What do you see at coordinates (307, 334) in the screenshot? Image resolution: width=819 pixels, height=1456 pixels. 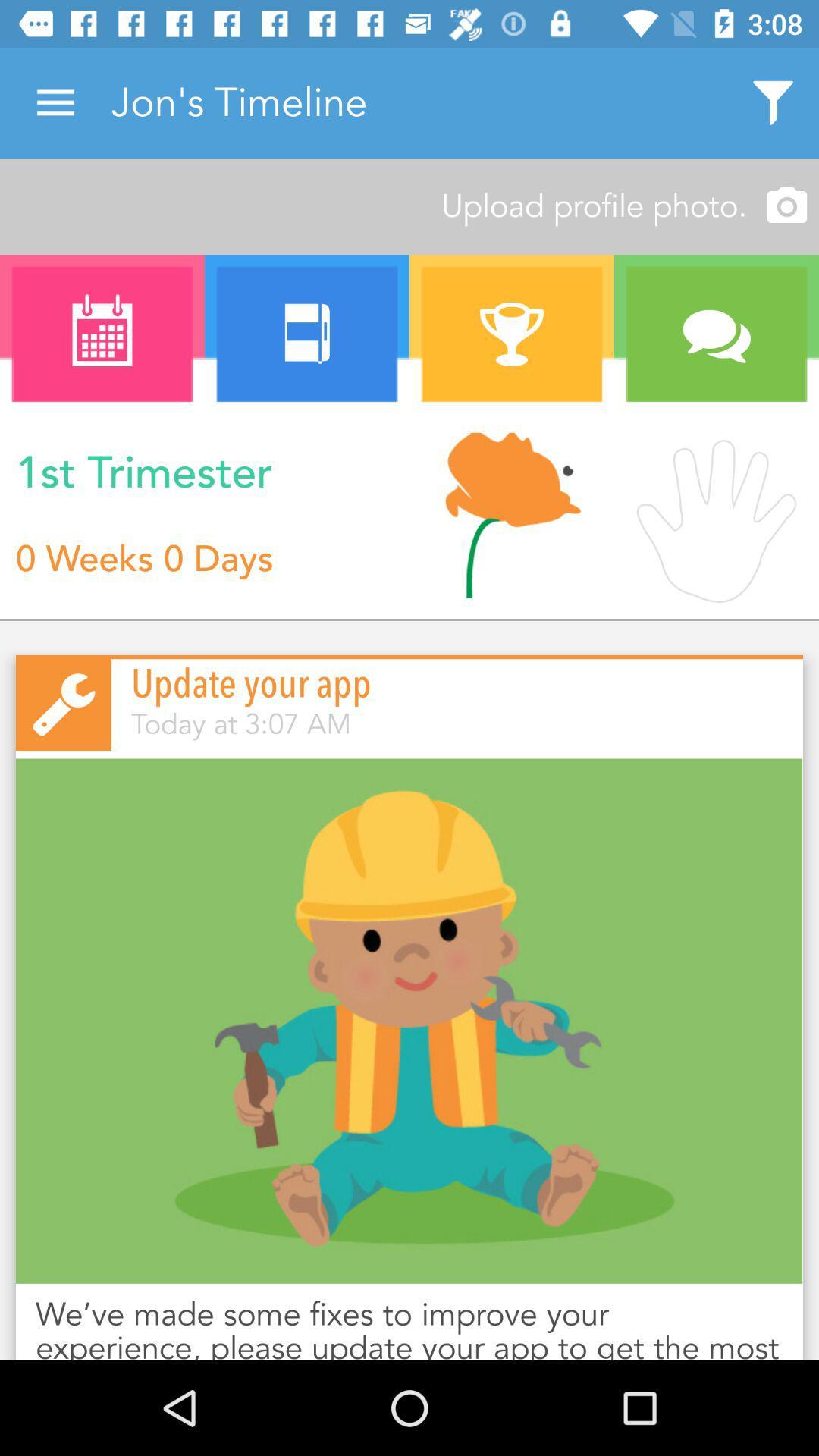 I see `the item below upload profile photo. item` at bounding box center [307, 334].